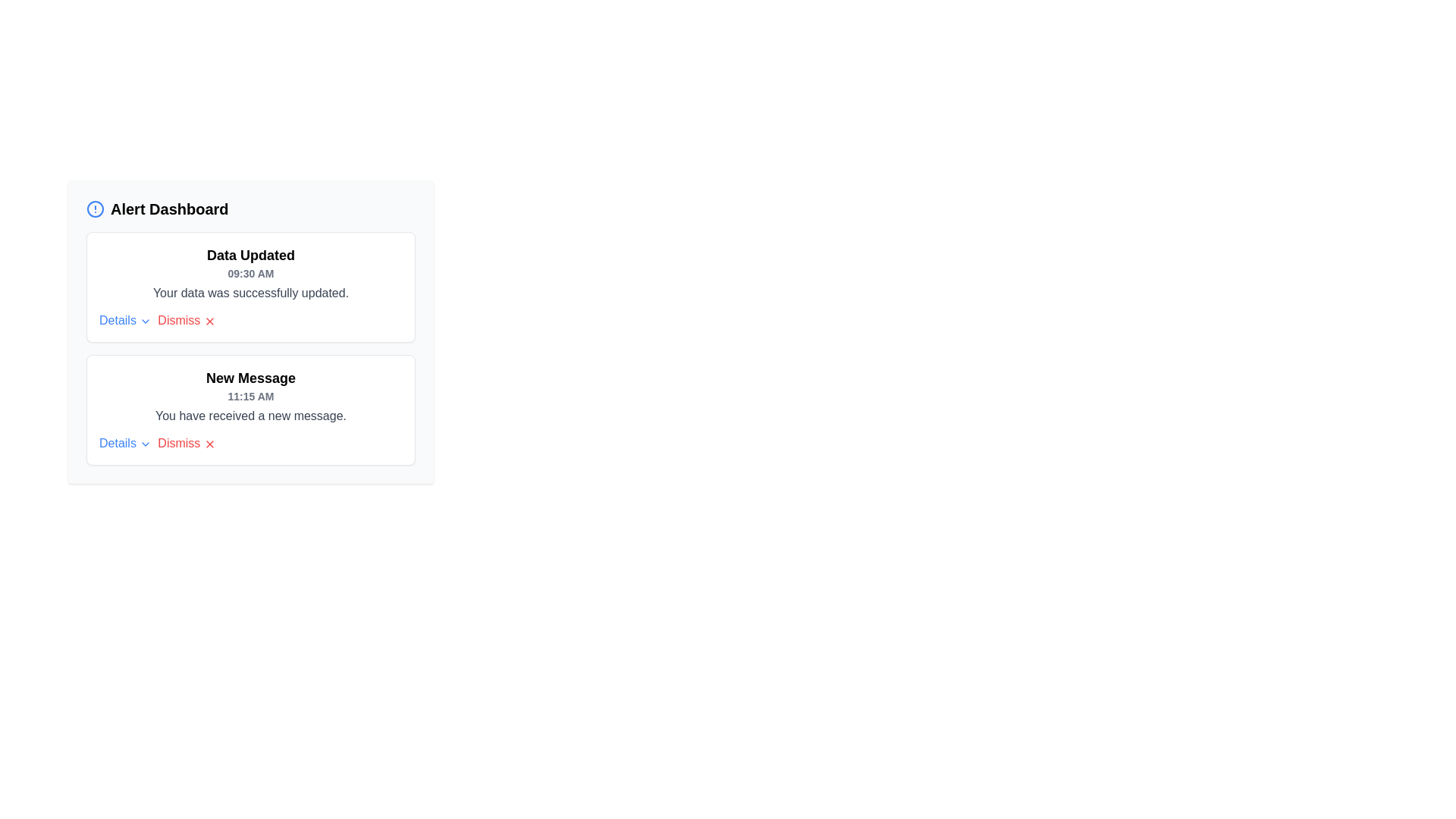  I want to click on the timestamp text located below the 'New Message' title within the 'New Message' notification card, so click(251, 396).